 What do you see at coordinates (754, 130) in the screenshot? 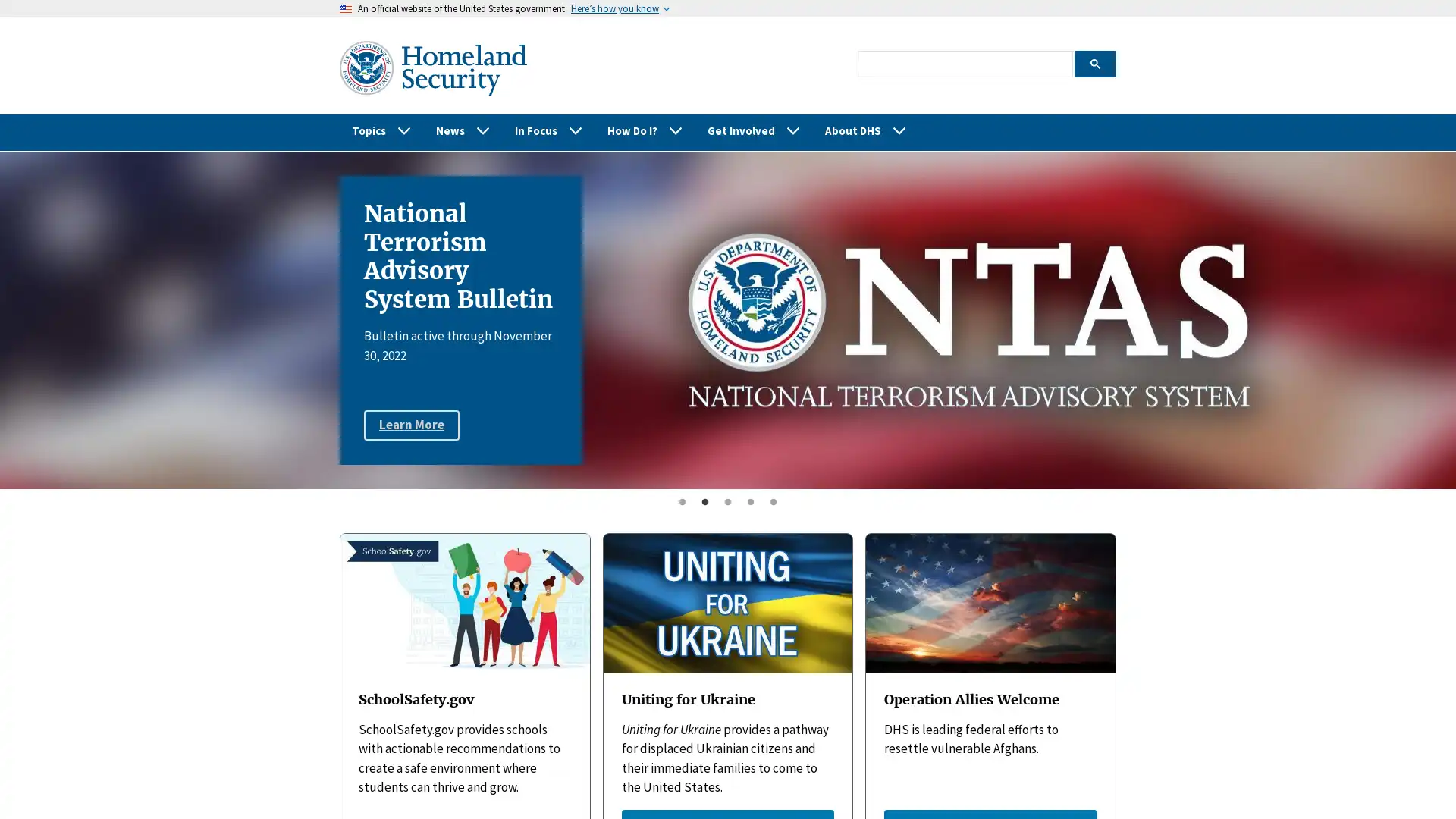
I see `Get Involved` at bounding box center [754, 130].